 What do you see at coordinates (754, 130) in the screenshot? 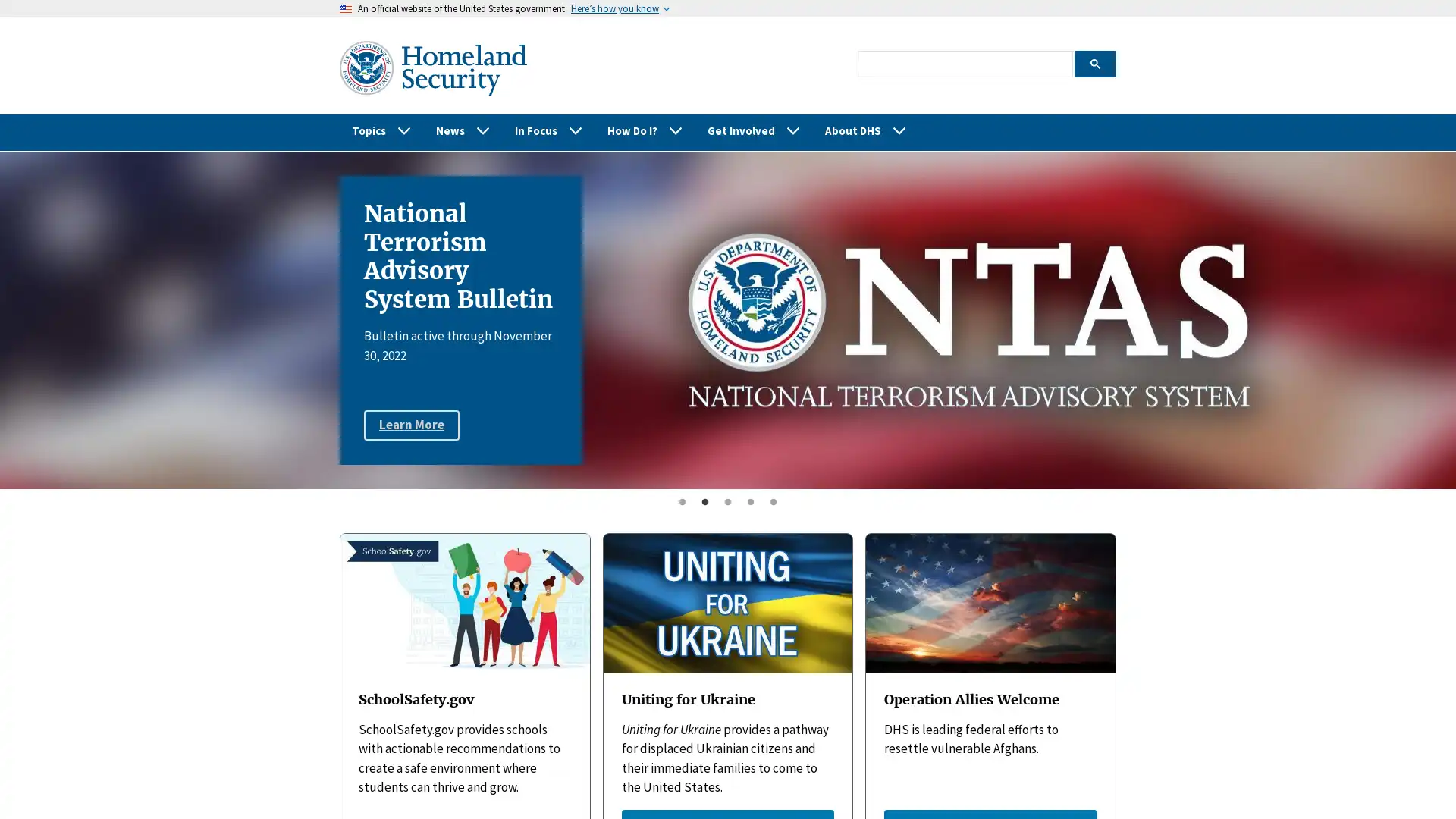
I see `Get Involved` at bounding box center [754, 130].